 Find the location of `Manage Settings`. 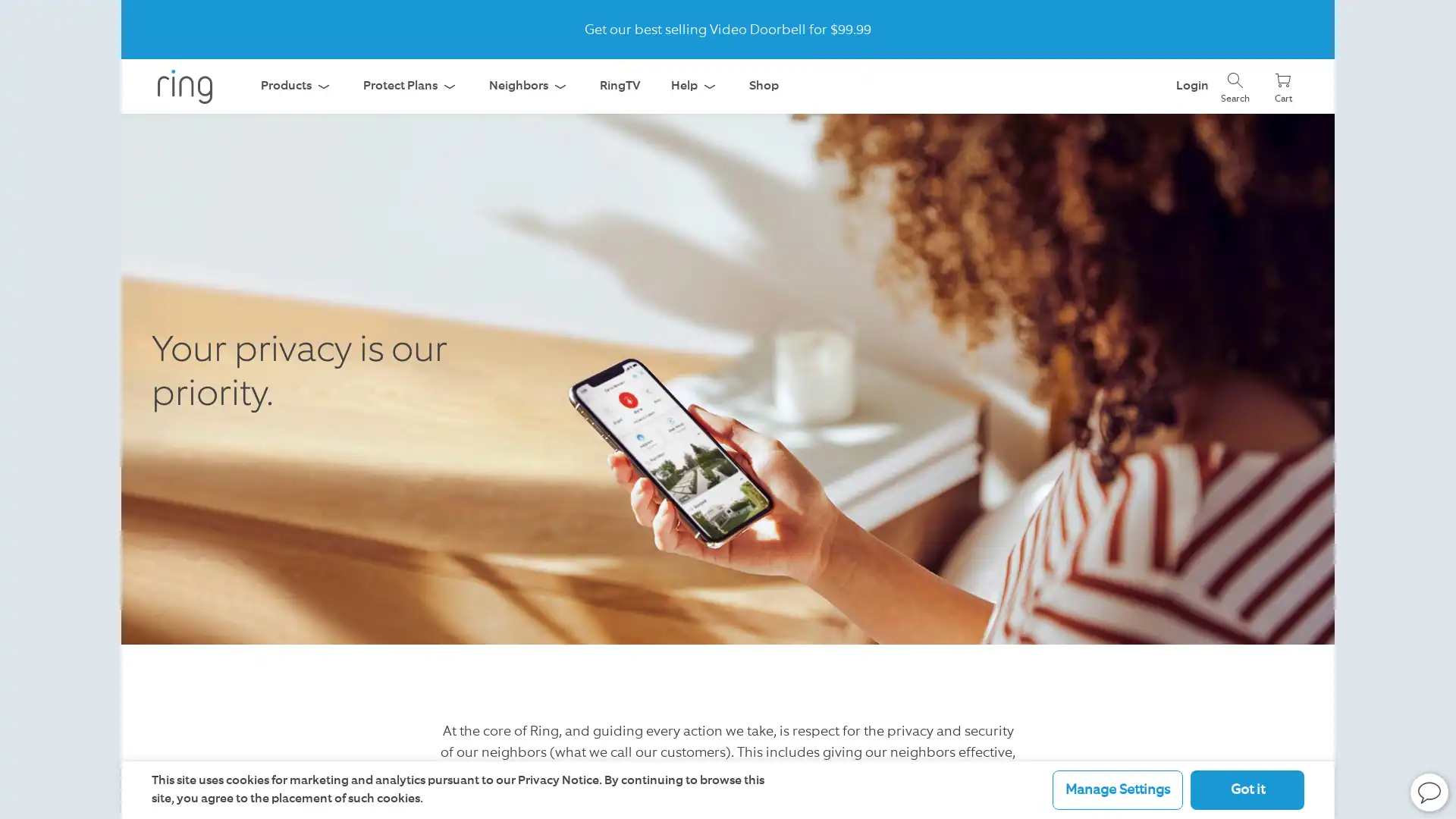

Manage Settings is located at coordinates (1117, 789).